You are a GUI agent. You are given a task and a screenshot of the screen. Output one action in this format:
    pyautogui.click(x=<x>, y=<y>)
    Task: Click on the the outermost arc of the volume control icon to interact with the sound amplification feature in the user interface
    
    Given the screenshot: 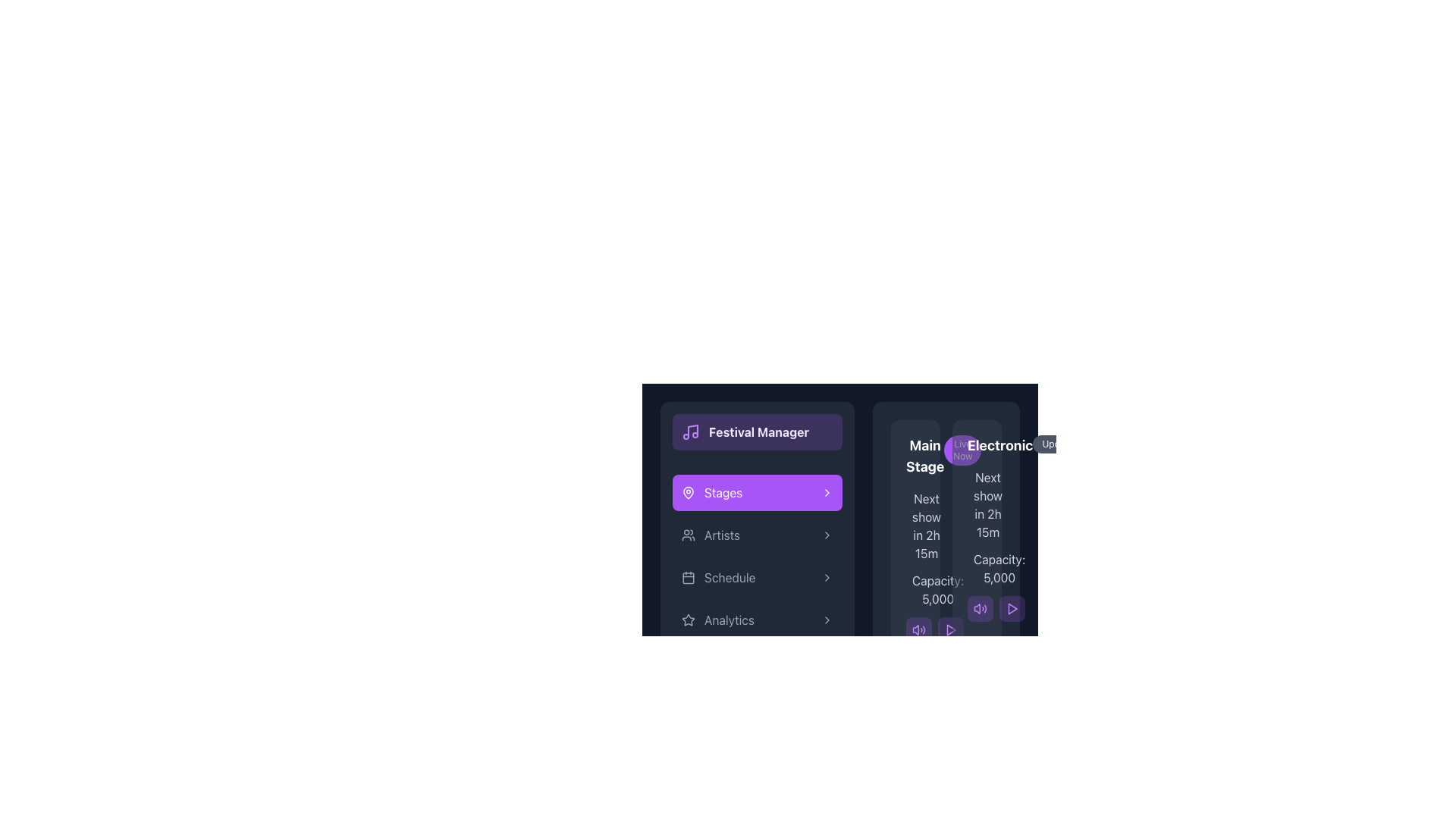 What is the action you would take?
    pyautogui.click(x=923, y=629)
    